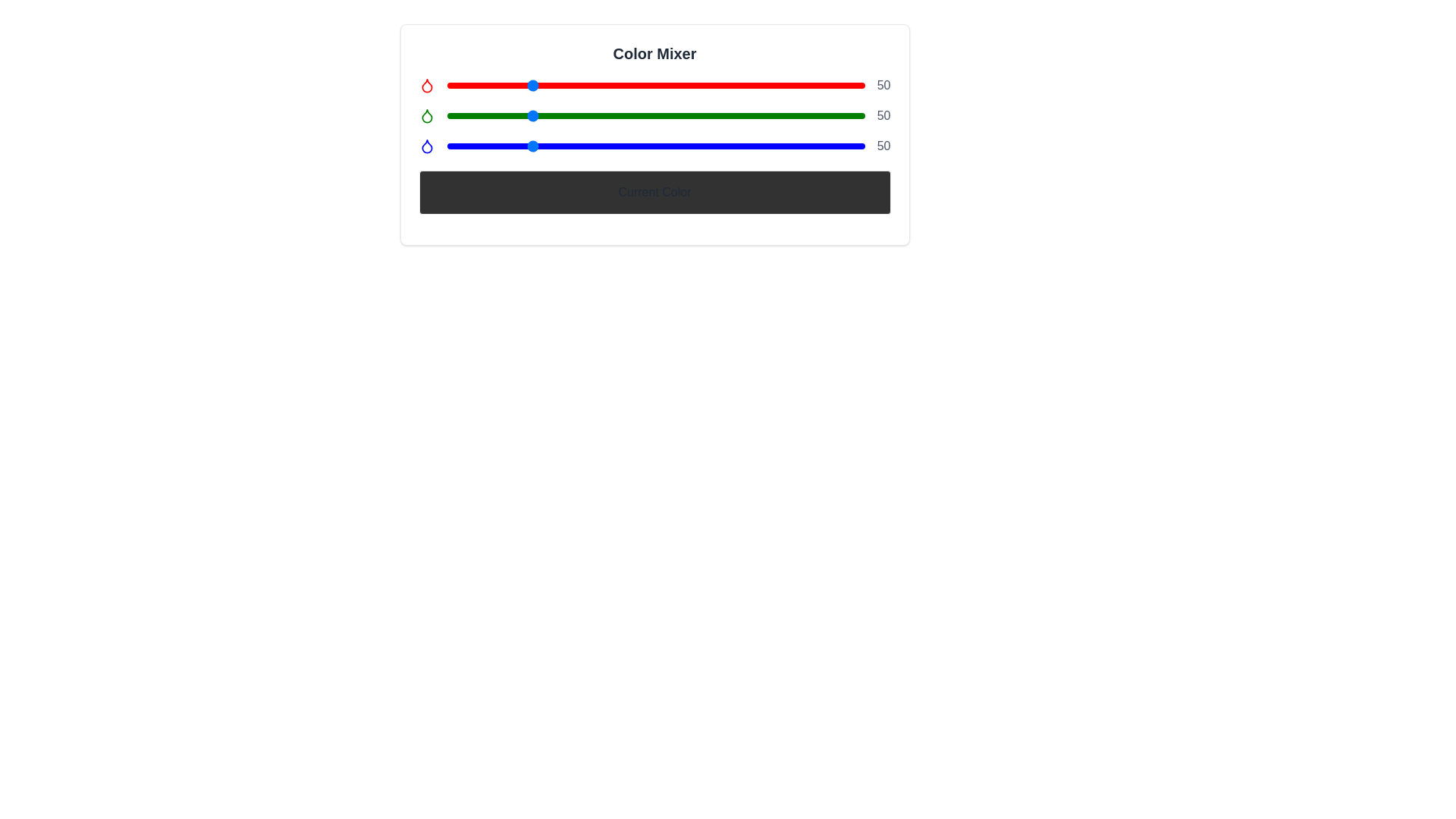 The height and width of the screenshot is (819, 1456). I want to click on the blue slider to set its value to 188, so click(755, 146).